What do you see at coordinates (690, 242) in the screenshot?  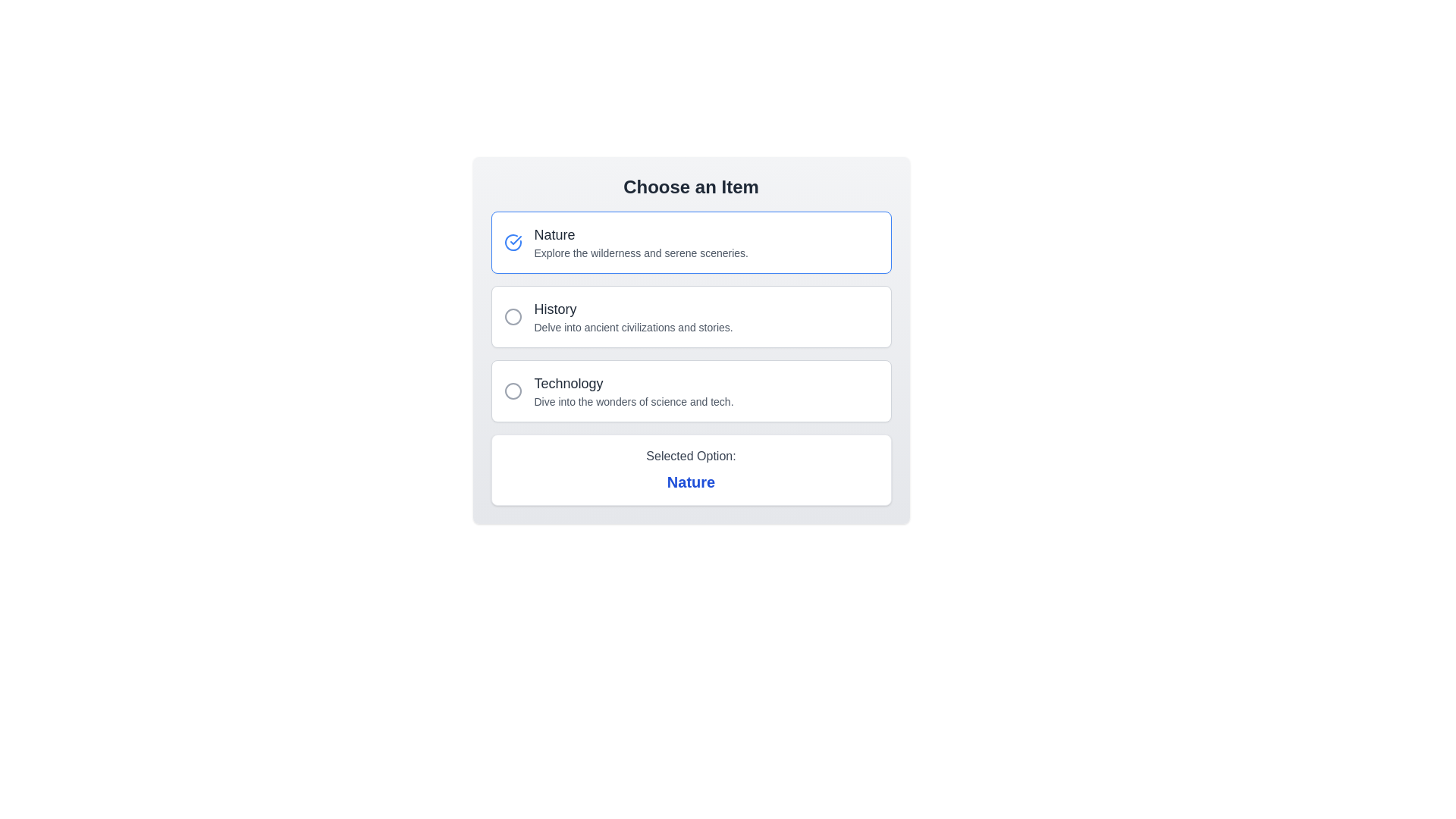 I see `the 'Nature' selectable card button` at bounding box center [690, 242].